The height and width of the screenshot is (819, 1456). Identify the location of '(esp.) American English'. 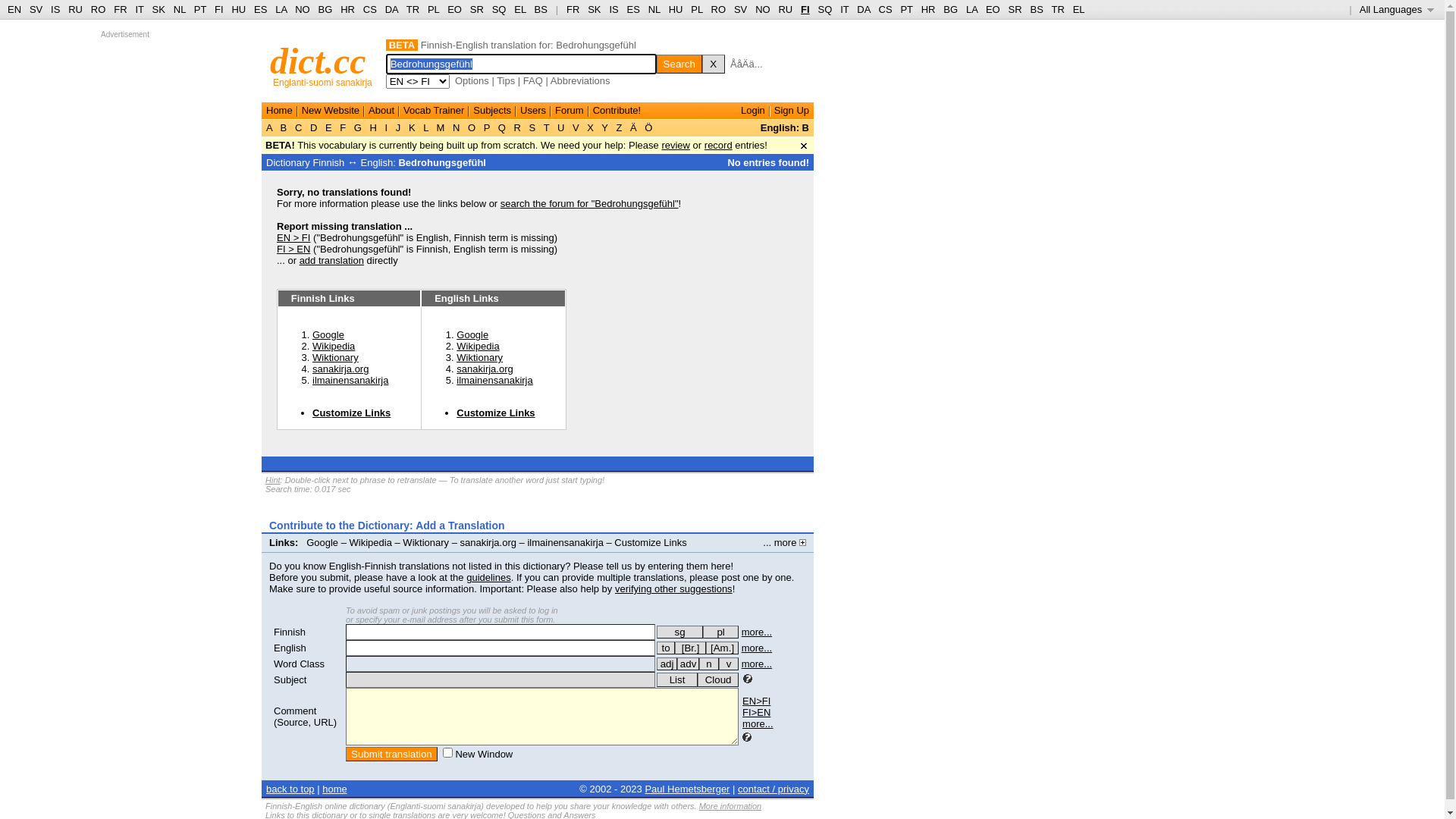
(705, 648).